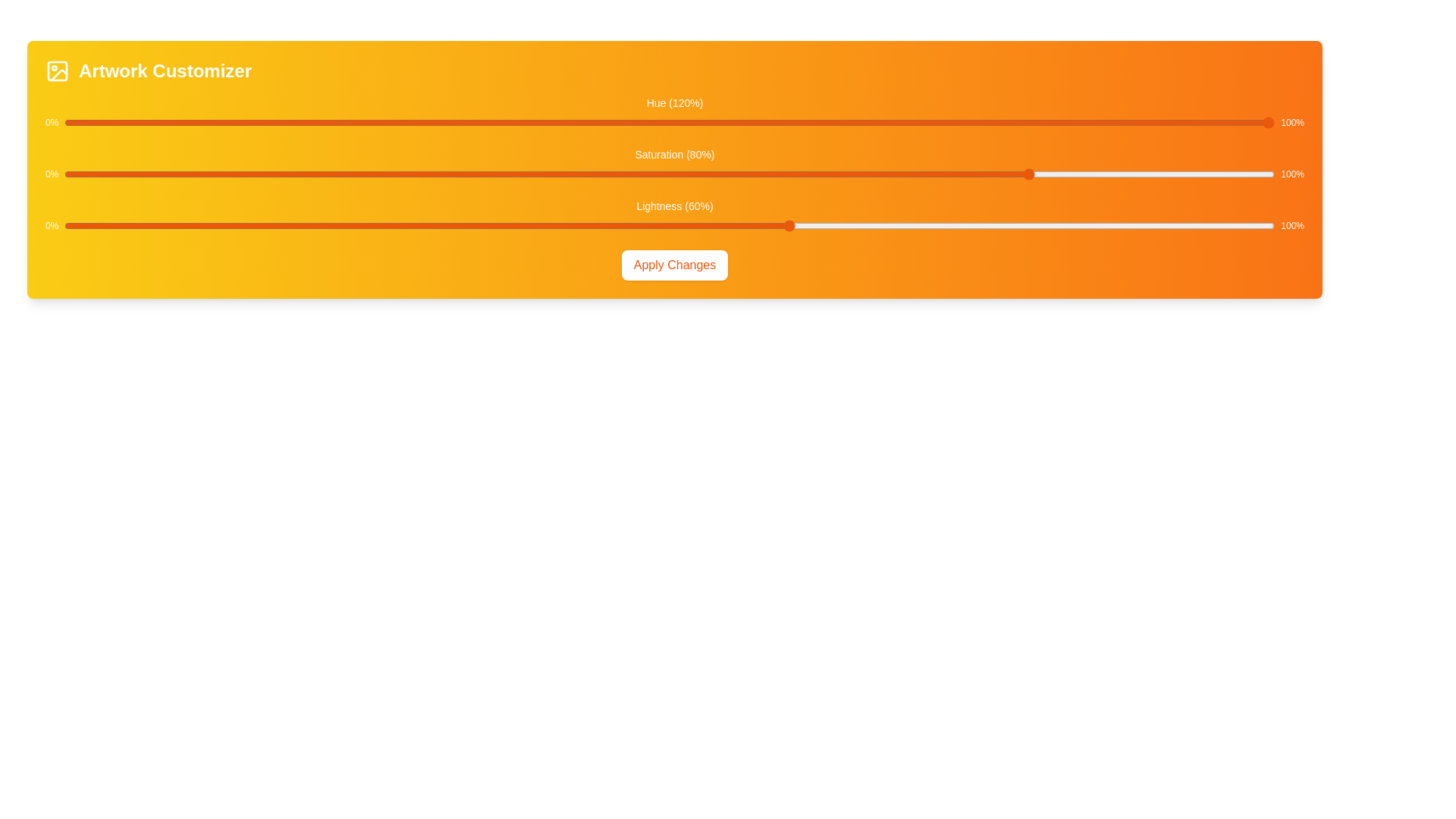 This screenshot has width=1456, height=819. Describe the element at coordinates (826, 174) in the screenshot. I see `the saturation slider to set its value to 63%` at that location.